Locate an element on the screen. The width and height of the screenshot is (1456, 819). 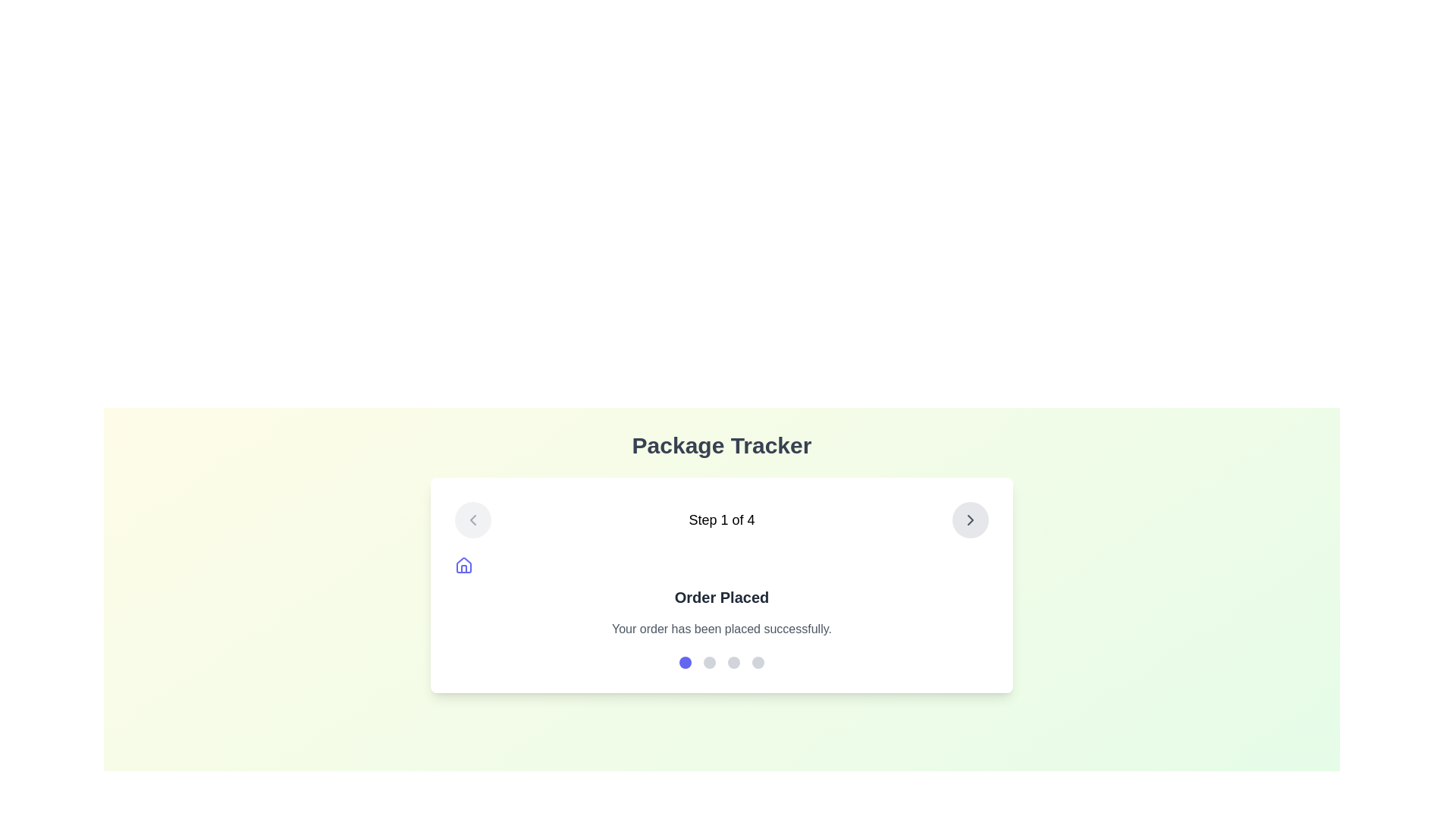
the chevron icon embedded in the circular button at the top-left corner of the main content box labeled 'Step 1 of 4' is located at coordinates (472, 519).